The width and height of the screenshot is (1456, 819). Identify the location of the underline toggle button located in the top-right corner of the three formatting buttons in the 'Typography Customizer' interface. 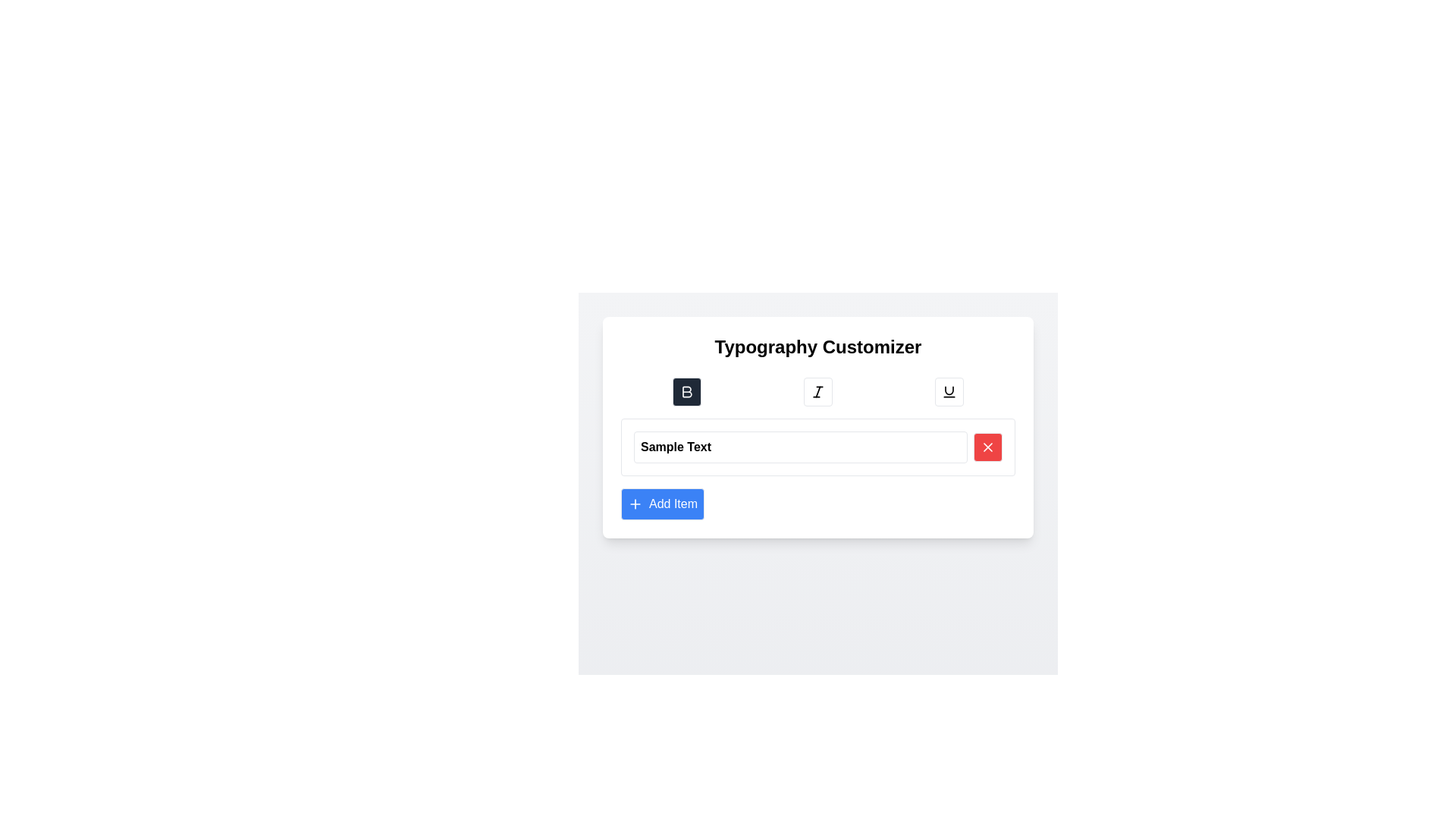
(949, 391).